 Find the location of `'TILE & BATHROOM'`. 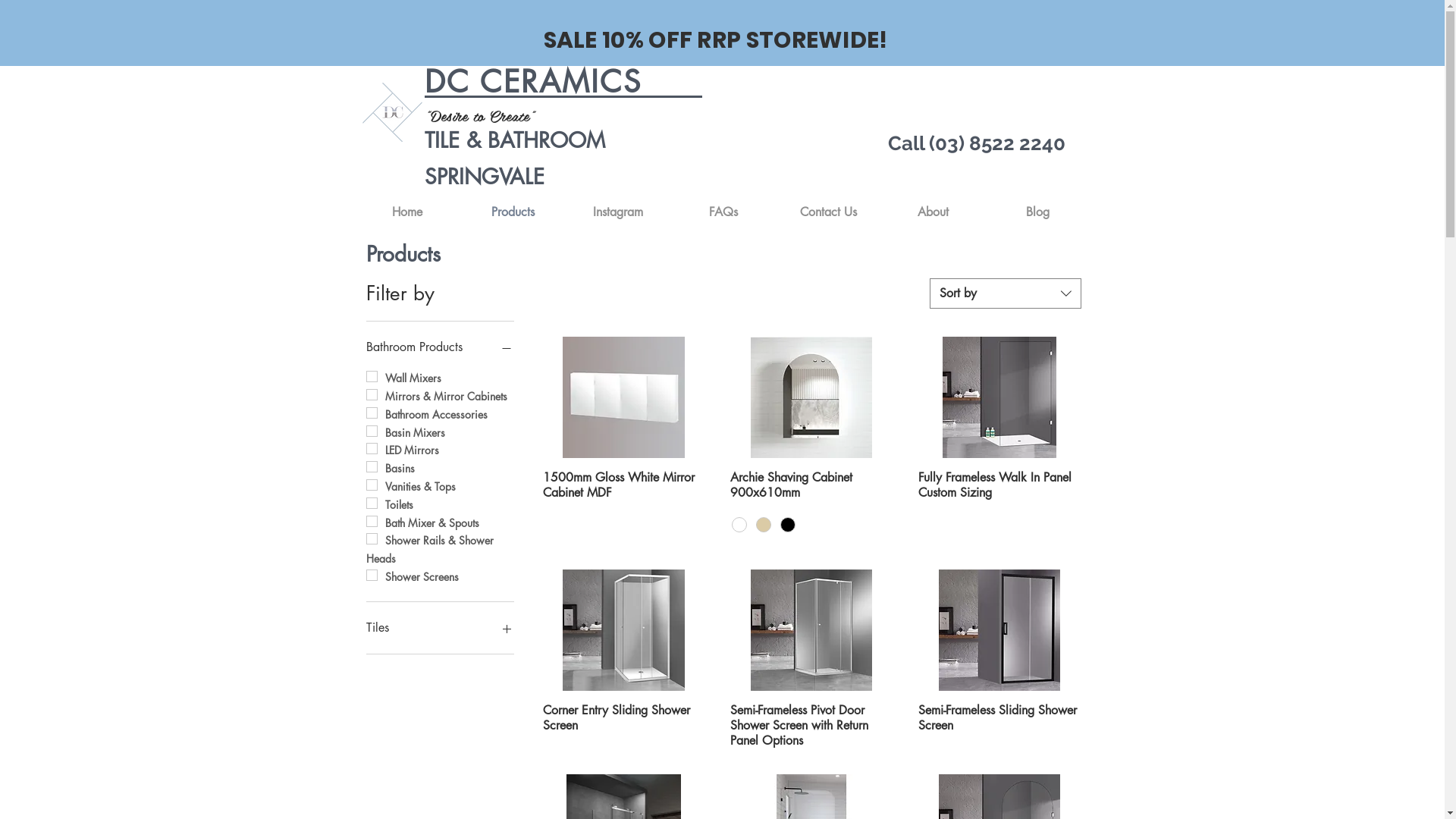

'TILE & BATHROOM' is located at coordinates (514, 140).